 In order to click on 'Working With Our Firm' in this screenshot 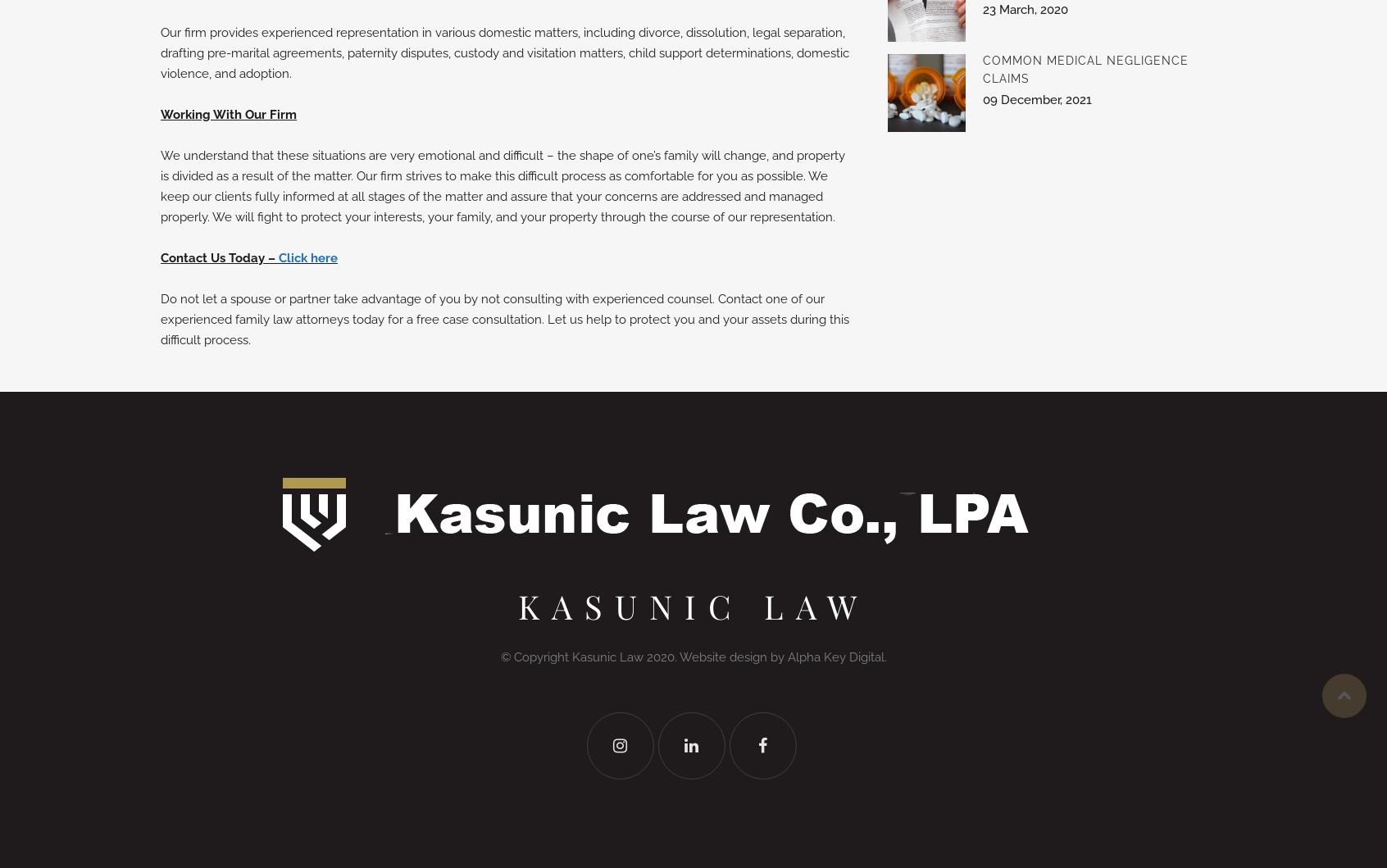, I will do `click(229, 113)`.